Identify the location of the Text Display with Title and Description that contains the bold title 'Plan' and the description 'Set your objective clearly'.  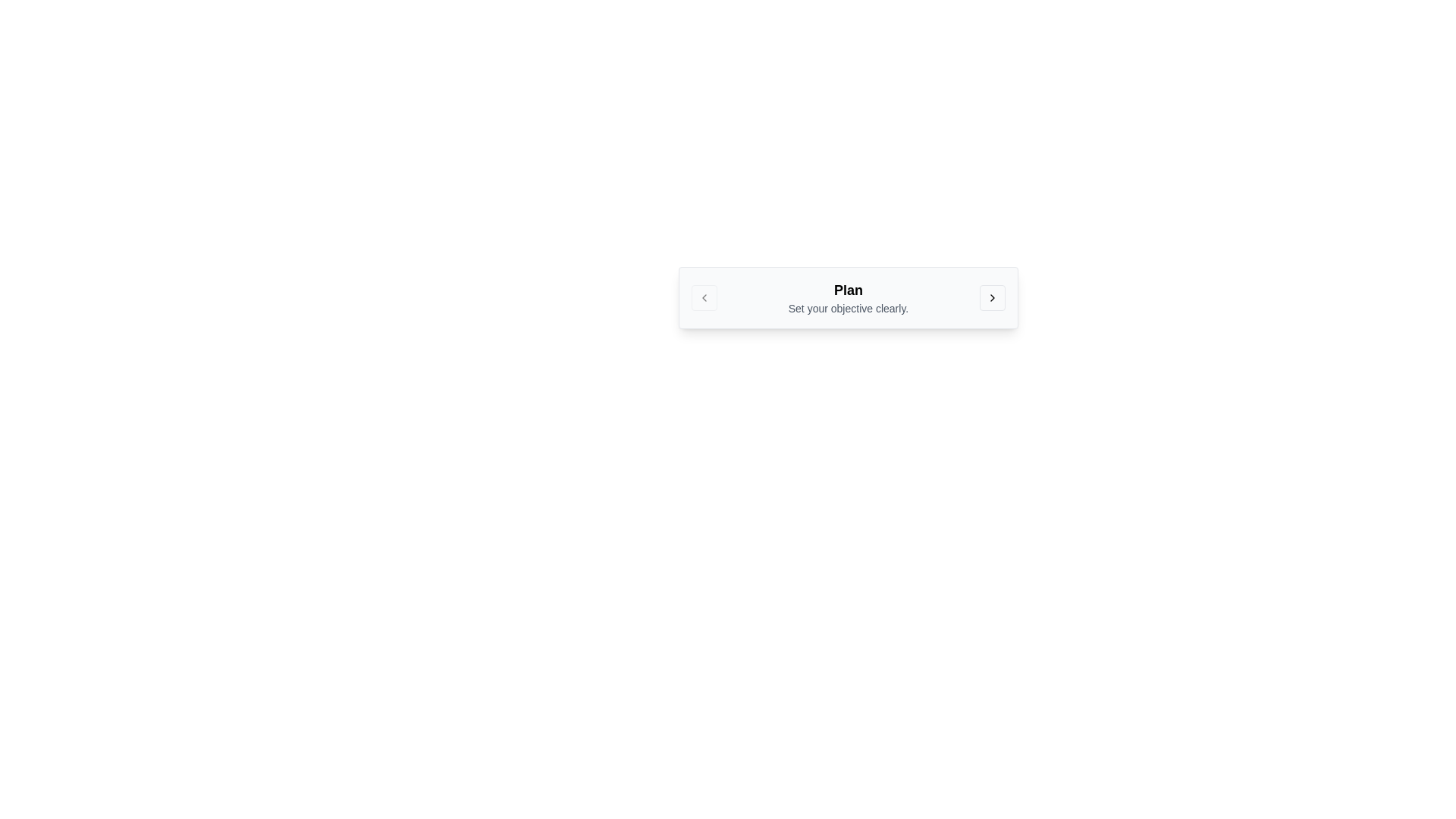
(847, 298).